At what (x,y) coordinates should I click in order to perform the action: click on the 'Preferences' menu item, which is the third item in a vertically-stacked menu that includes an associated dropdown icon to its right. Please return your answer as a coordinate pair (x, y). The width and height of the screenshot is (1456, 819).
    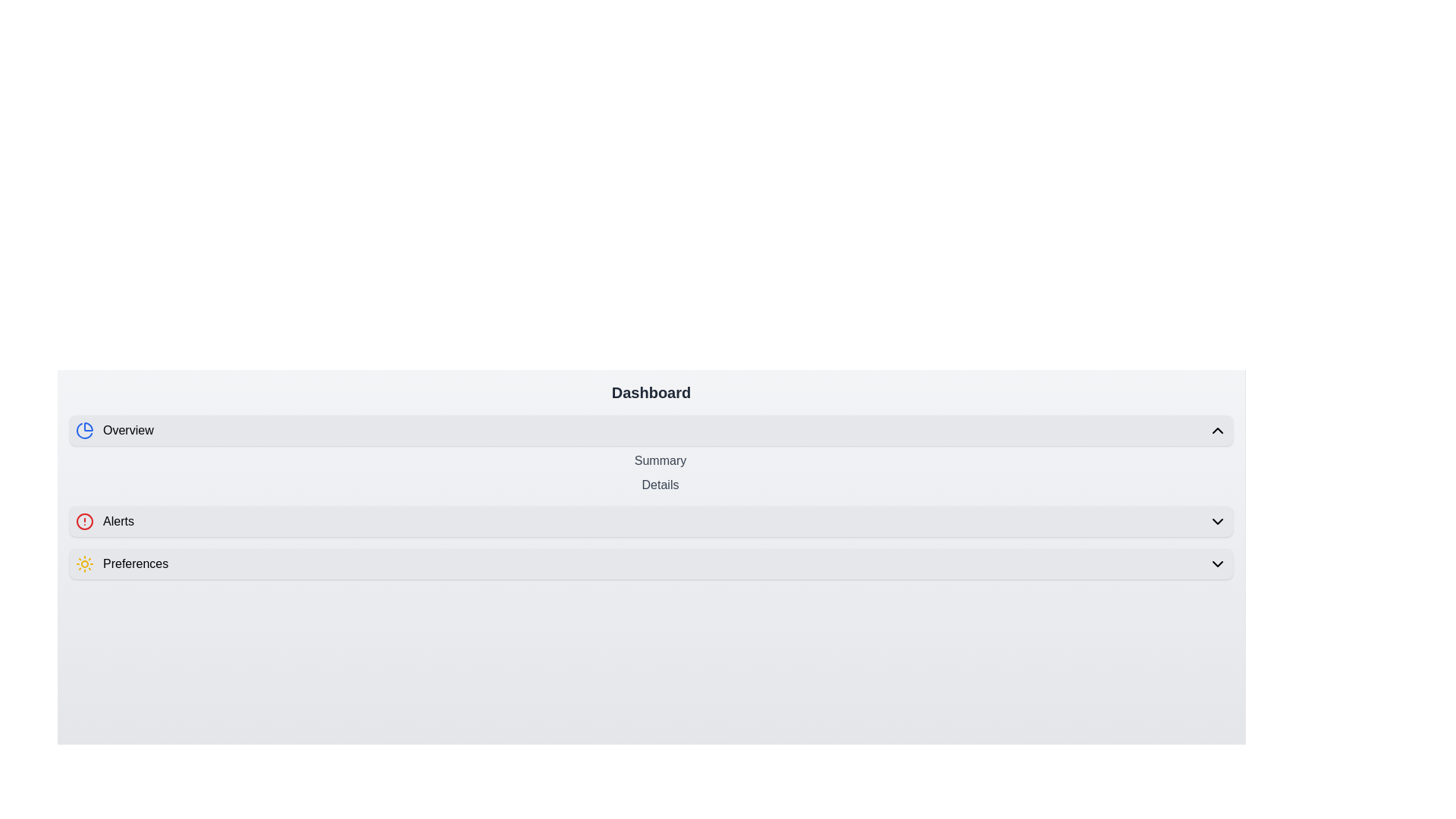
    Looking at the image, I should click on (122, 564).